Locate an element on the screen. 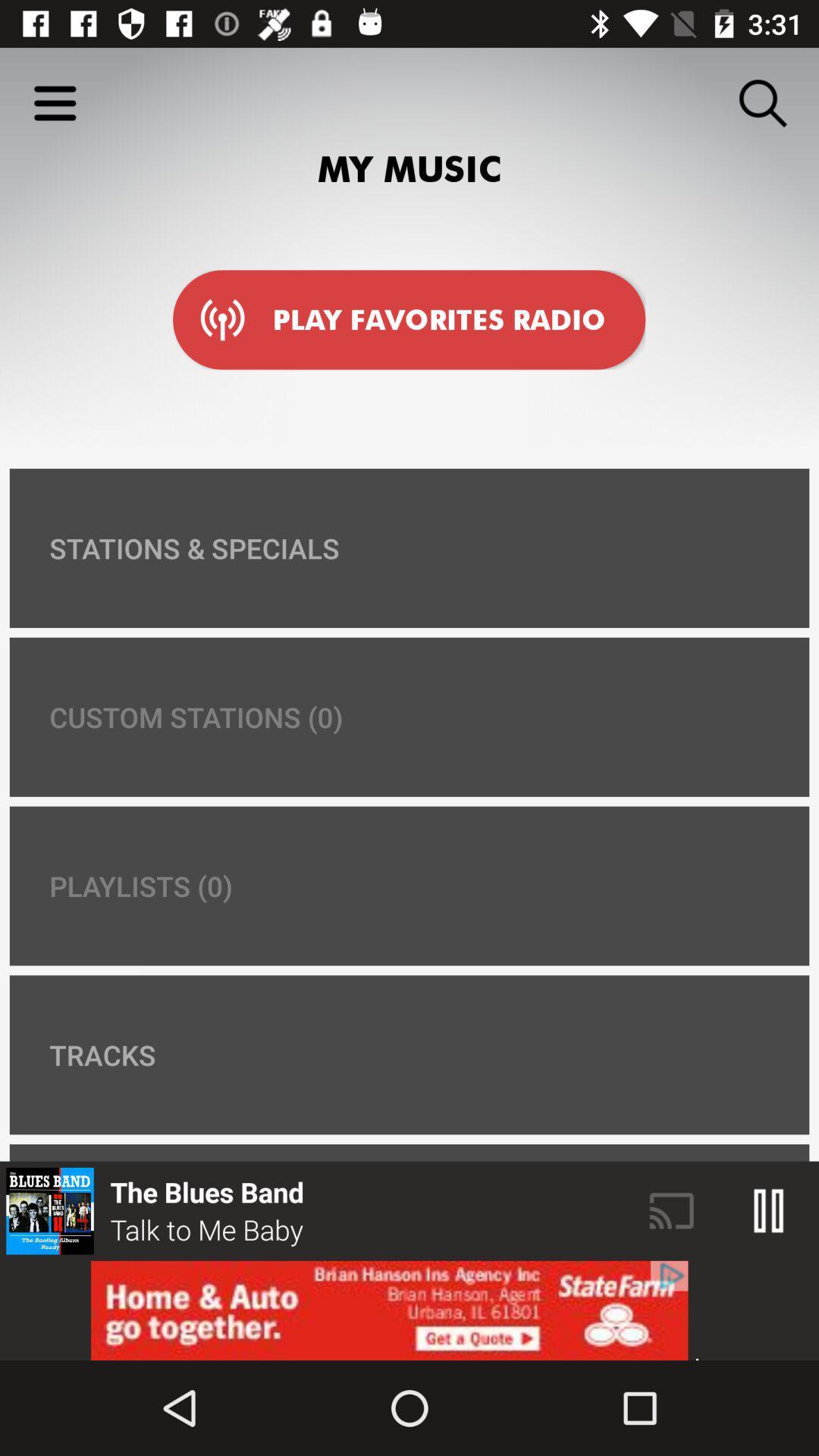 The height and width of the screenshot is (1456, 819). the pause icon is located at coordinates (769, 1210).